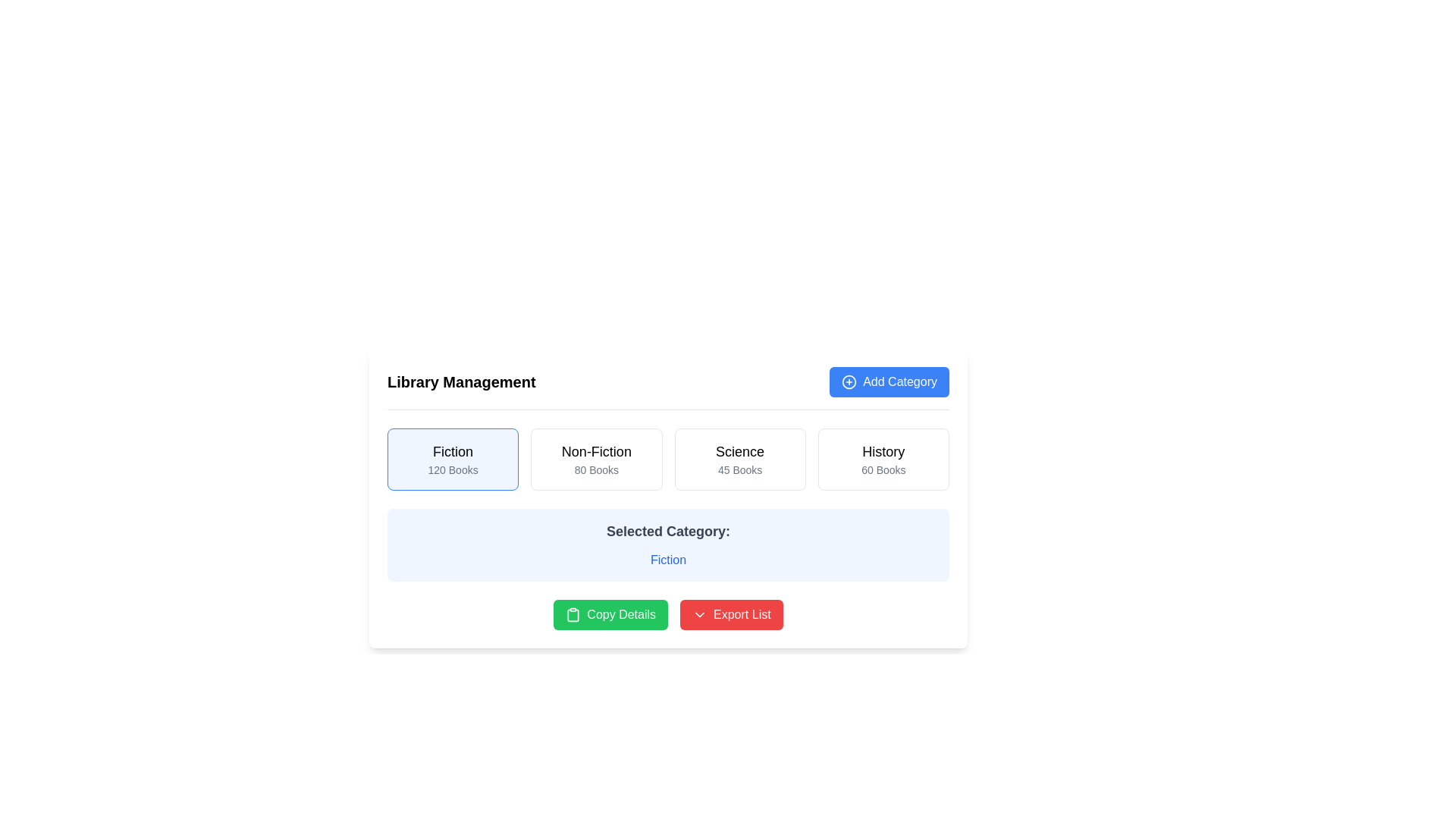 This screenshot has height=819, width=1456. I want to click on the text label displaying 'History', which is located in the center of a card component in the top-right section of the interface, so click(883, 451).